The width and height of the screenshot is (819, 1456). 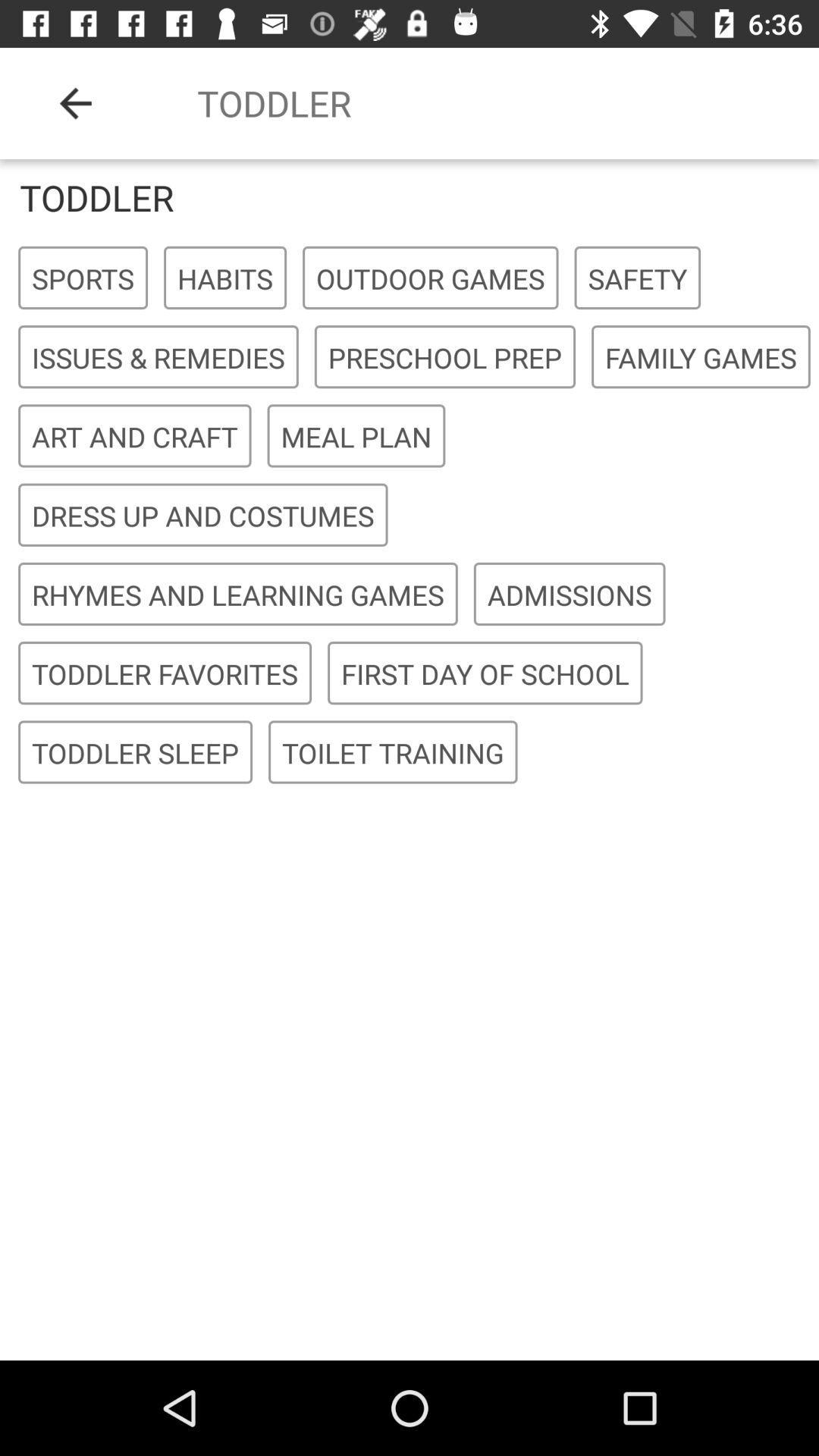 I want to click on the item above the toddler favorites item, so click(x=237, y=594).